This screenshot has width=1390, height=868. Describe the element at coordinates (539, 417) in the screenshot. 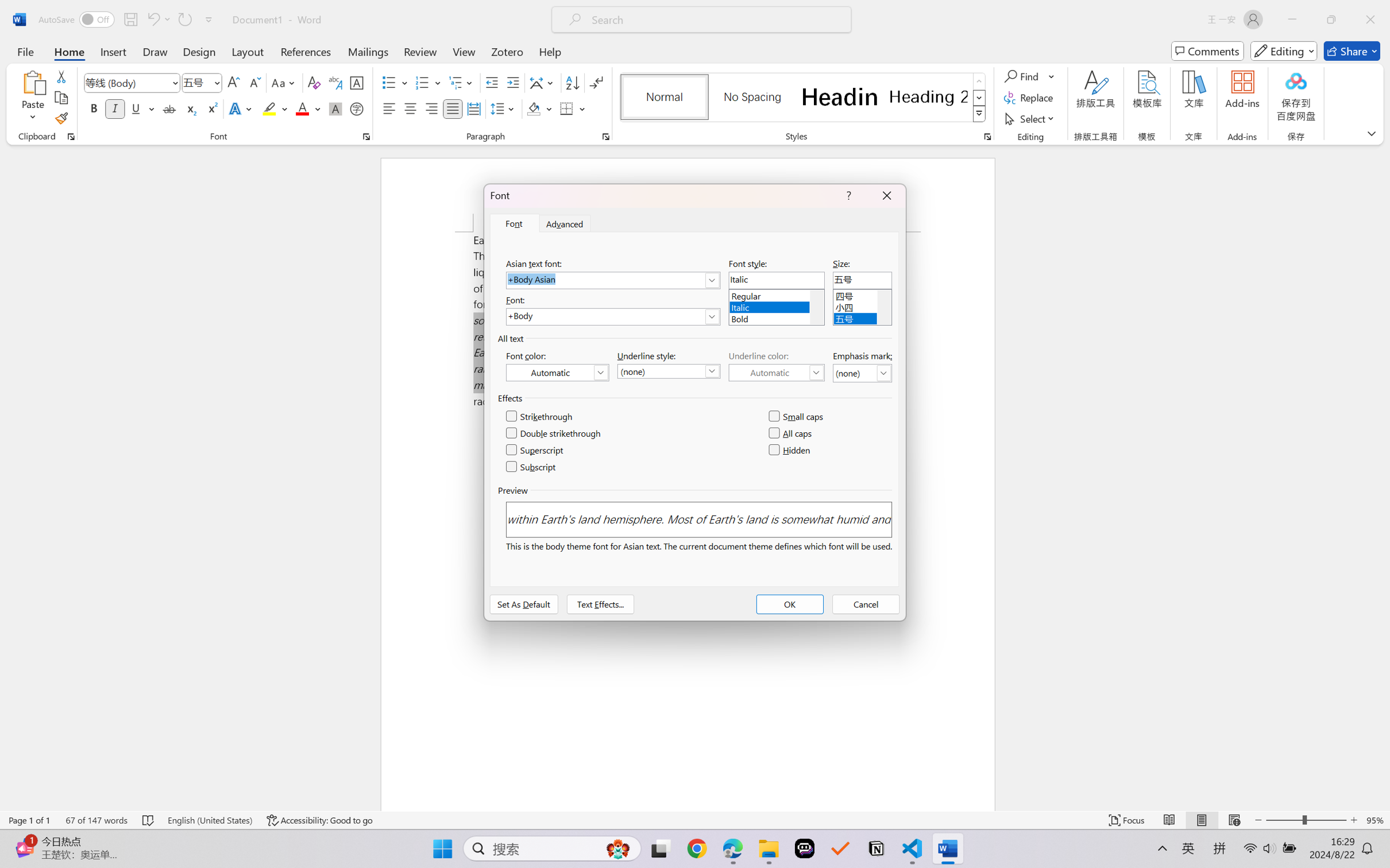

I see `'Strikethrough'` at that location.